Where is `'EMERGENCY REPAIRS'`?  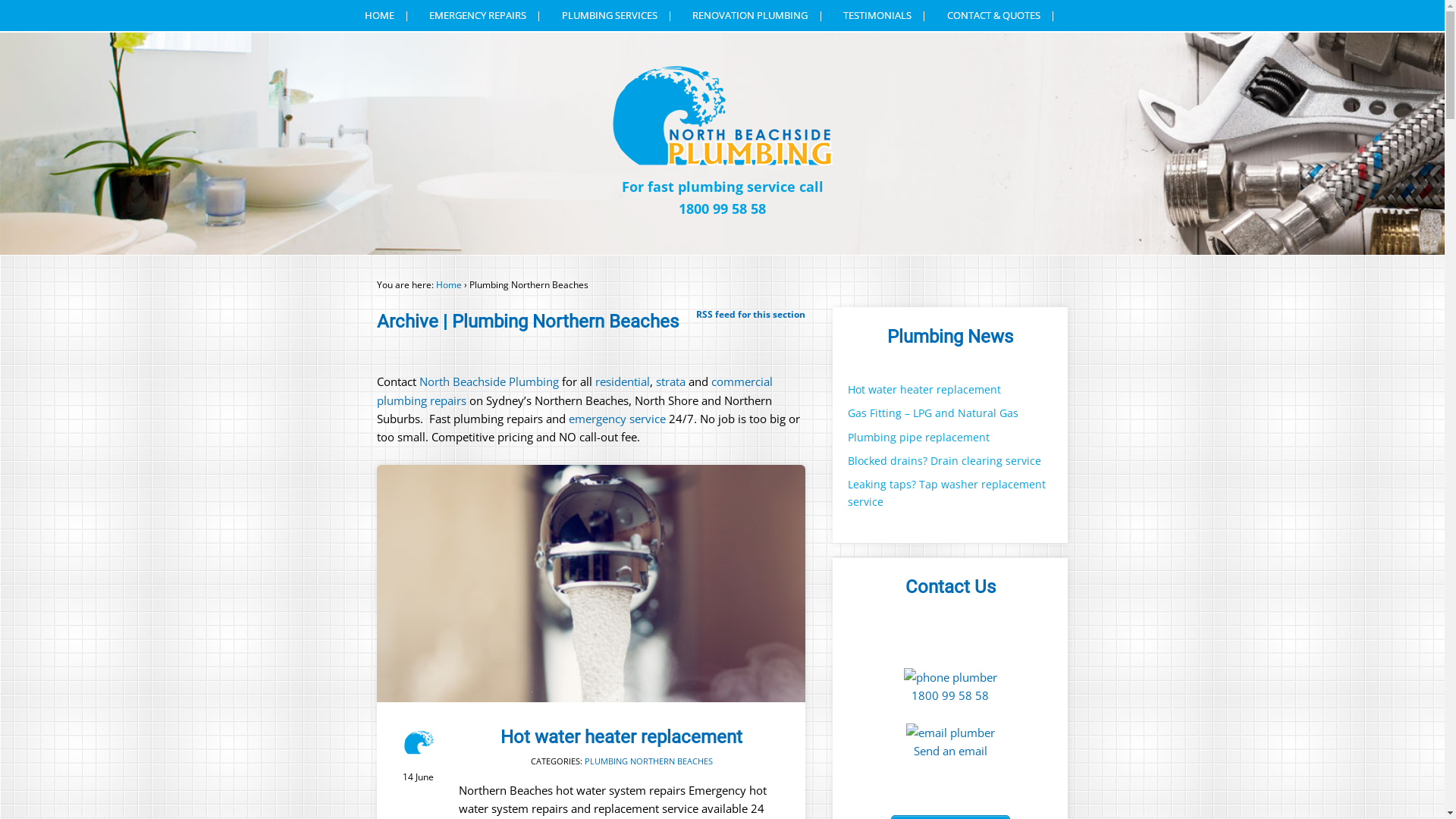 'EMERGENCY REPAIRS' is located at coordinates (485, 15).